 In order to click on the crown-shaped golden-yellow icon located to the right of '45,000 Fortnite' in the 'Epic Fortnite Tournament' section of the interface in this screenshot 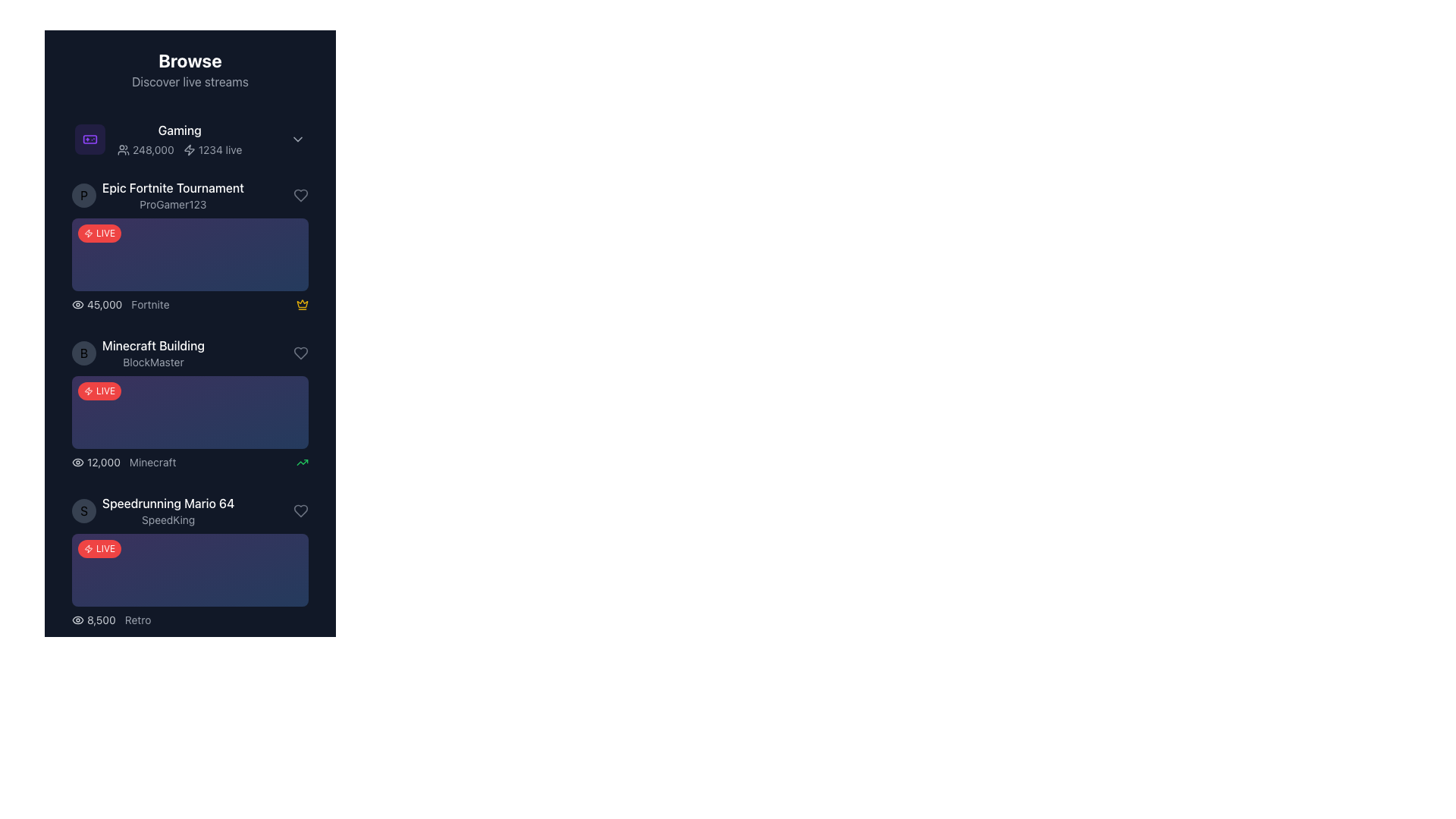, I will do `click(302, 304)`.